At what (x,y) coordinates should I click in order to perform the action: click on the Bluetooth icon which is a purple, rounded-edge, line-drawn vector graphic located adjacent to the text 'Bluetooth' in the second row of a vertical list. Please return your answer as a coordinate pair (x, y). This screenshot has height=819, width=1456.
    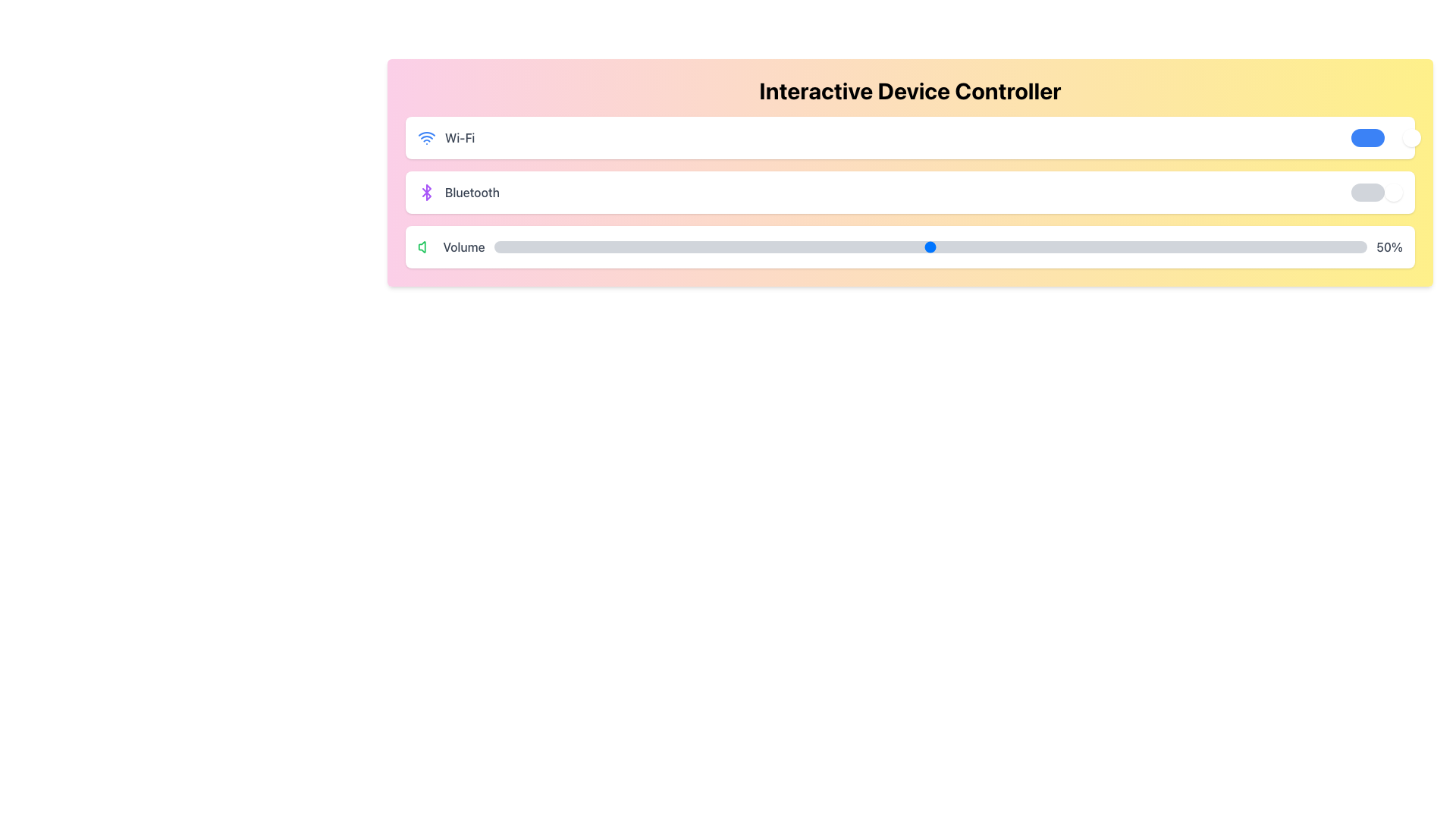
    Looking at the image, I should click on (425, 192).